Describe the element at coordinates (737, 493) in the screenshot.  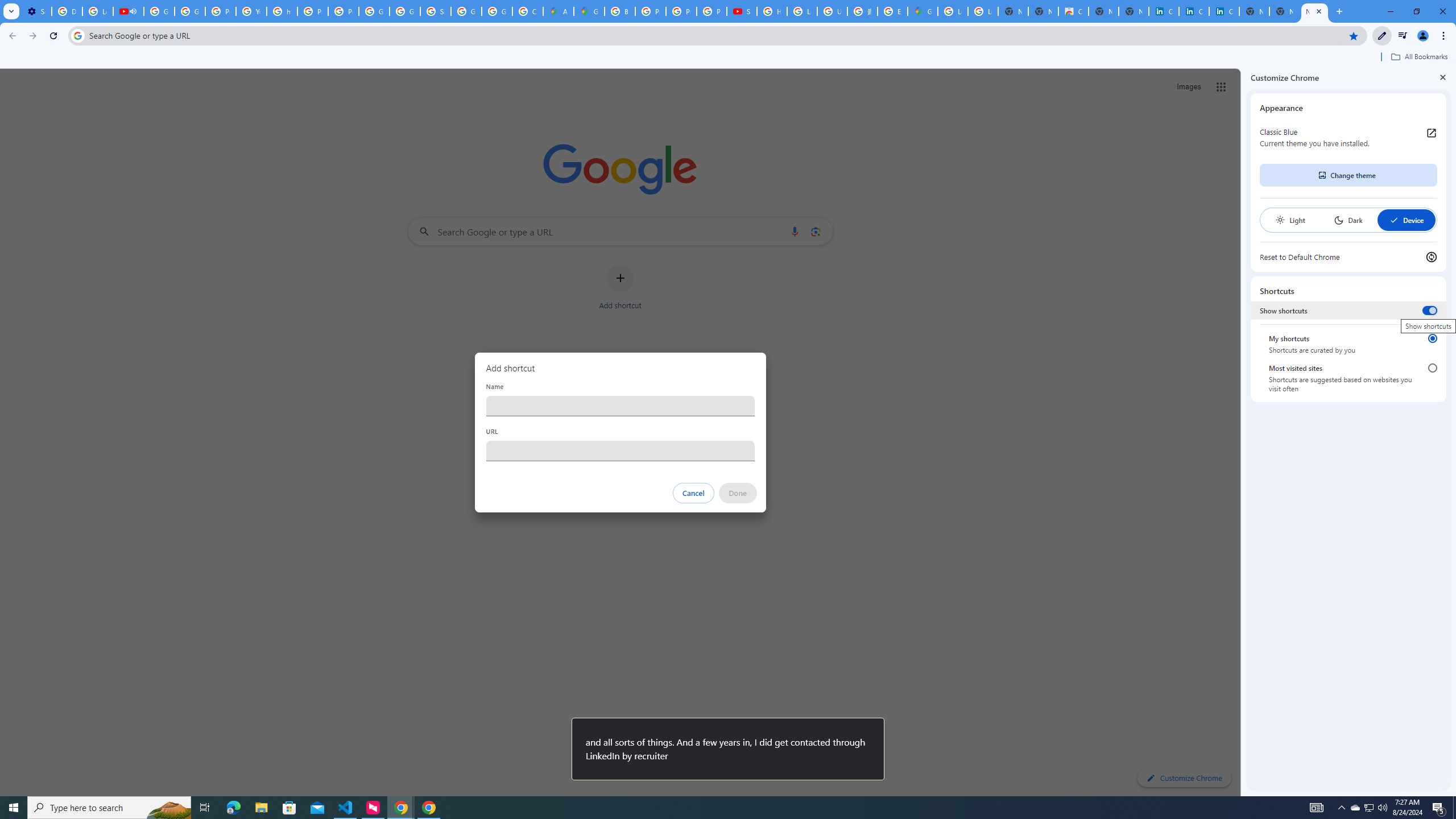
I see `'Done'` at that location.